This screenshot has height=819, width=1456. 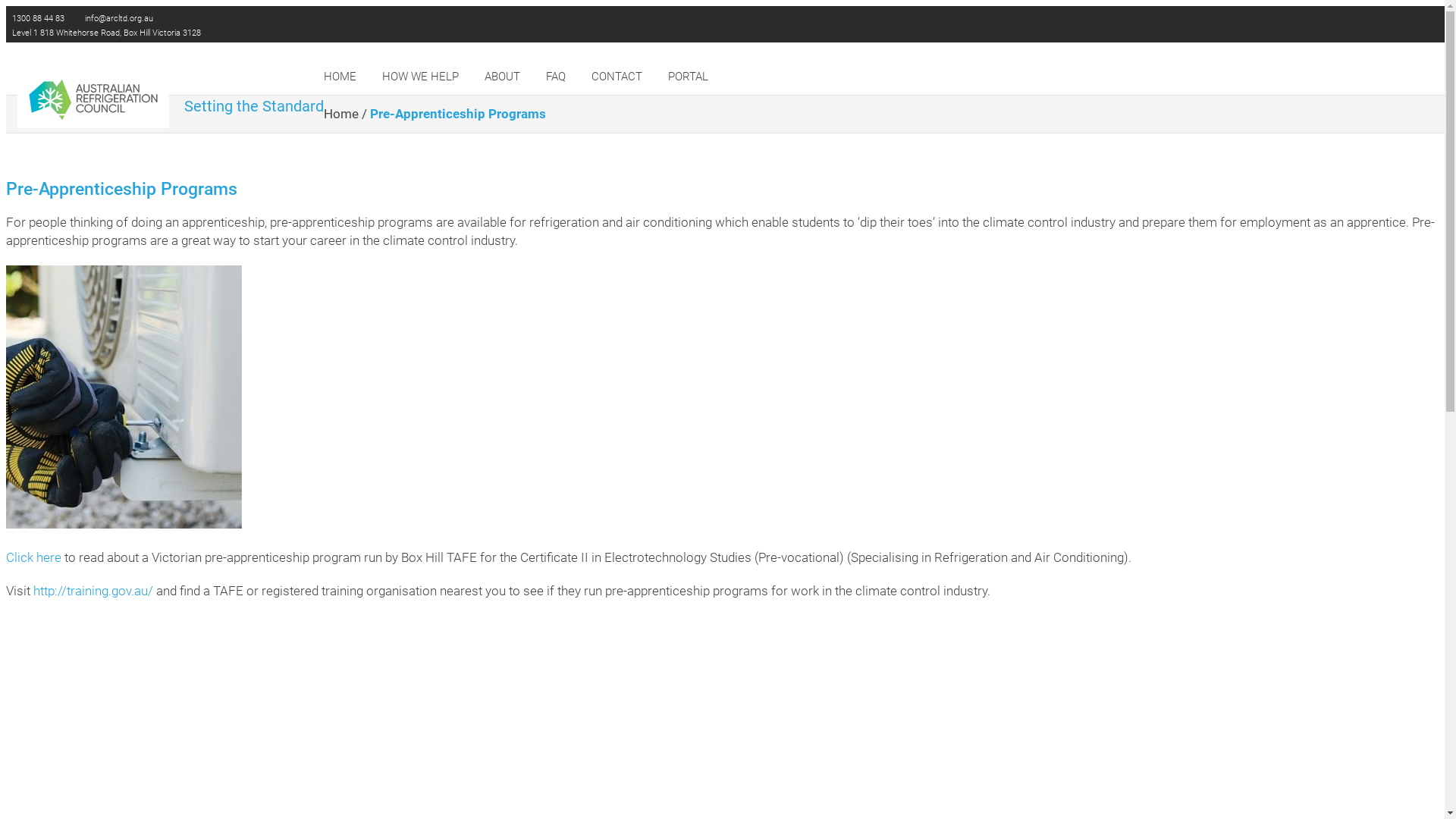 I want to click on 'Home', so click(x=340, y=113).